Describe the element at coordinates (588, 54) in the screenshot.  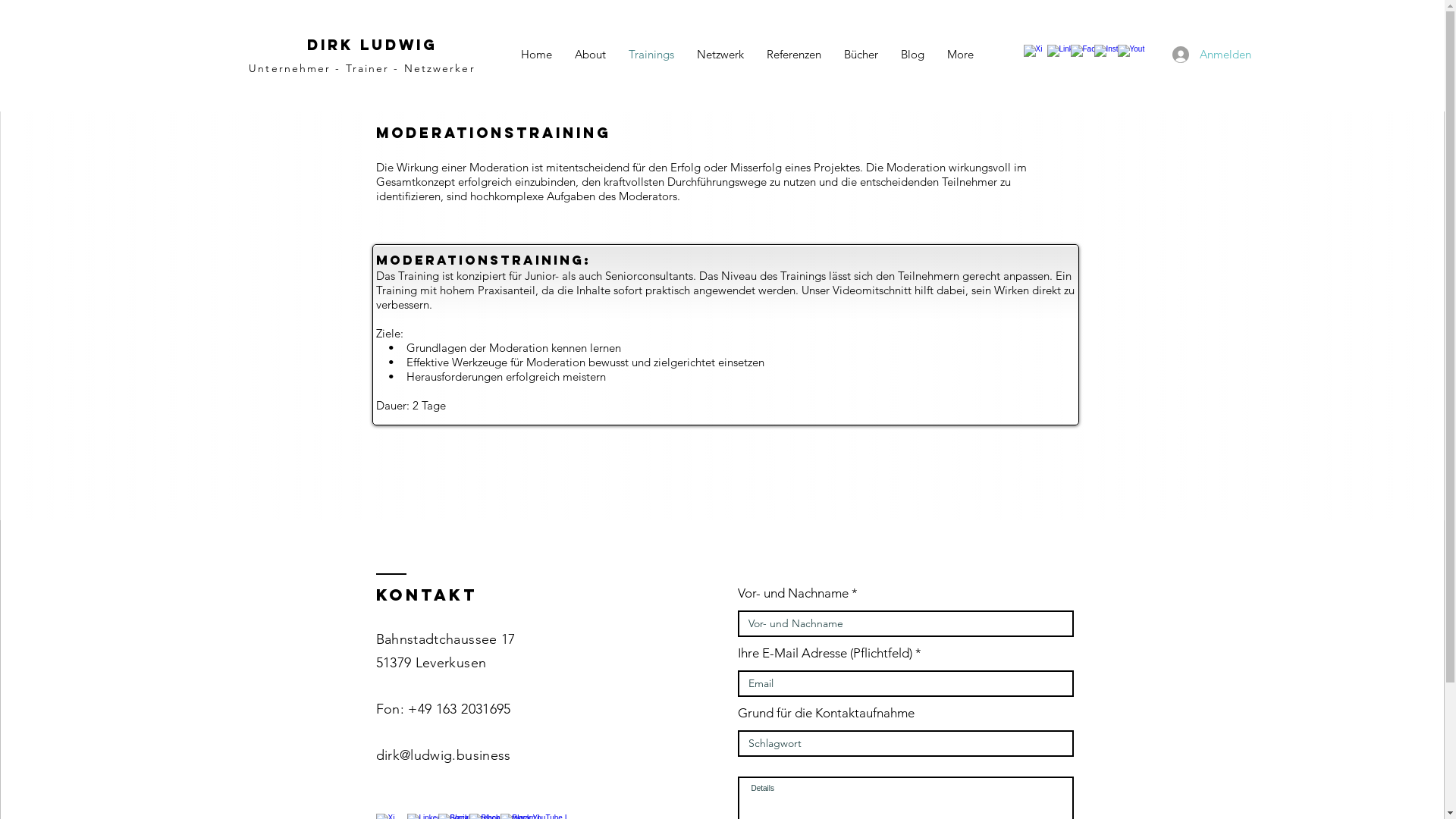
I see `'About'` at that location.